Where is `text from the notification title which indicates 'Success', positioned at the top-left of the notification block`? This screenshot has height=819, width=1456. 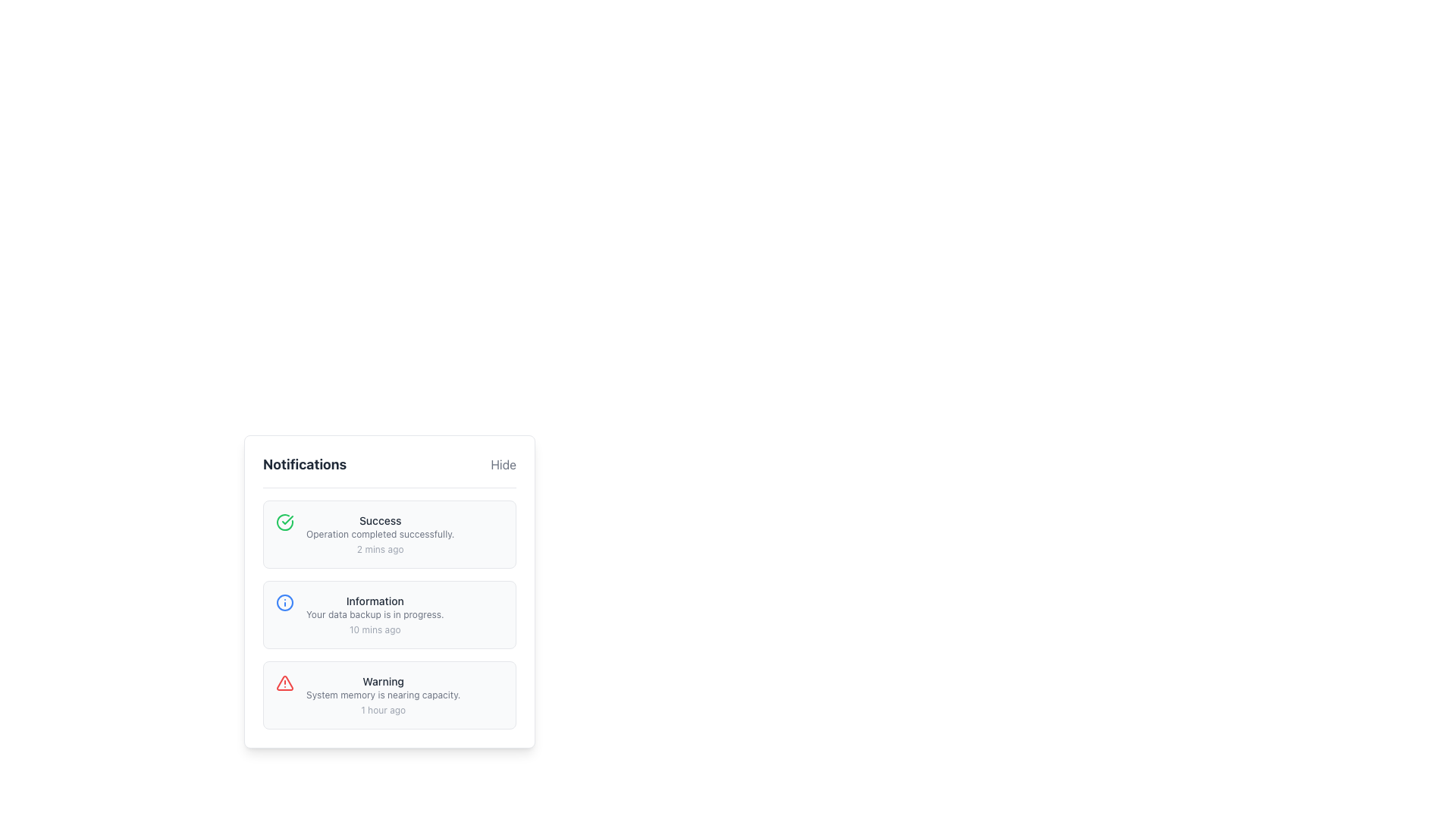 text from the notification title which indicates 'Success', positioned at the top-left of the notification block is located at coordinates (380, 519).